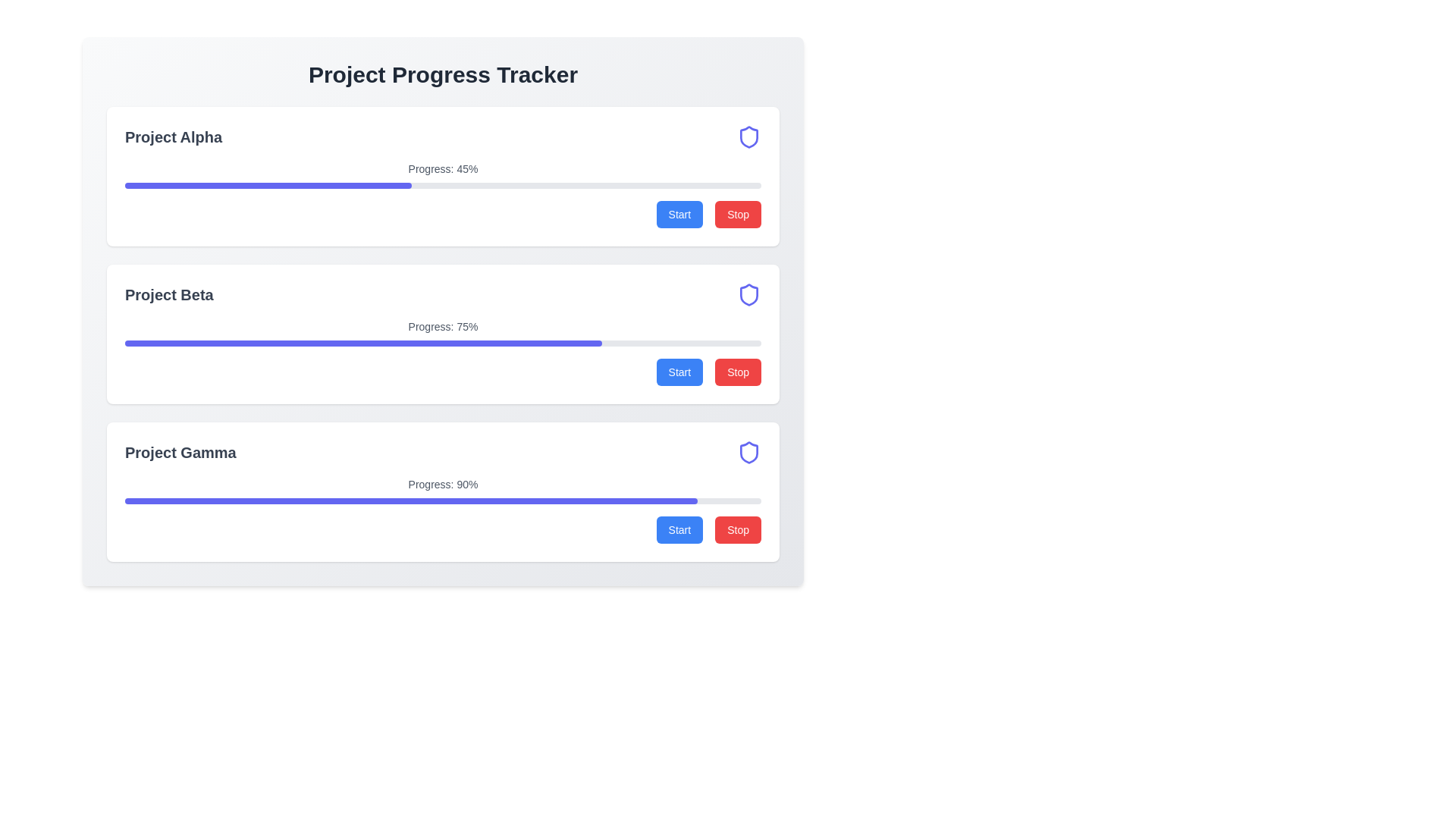 The width and height of the screenshot is (1456, 819). Describe the element at coordinates (442, 343) in the screenshot. I see `the progress bar representing 'Project Beta' which shows 75% completion, located below the 'Progress: 75%' label and above the 'Start' and 'Stop' buttons` at that location.